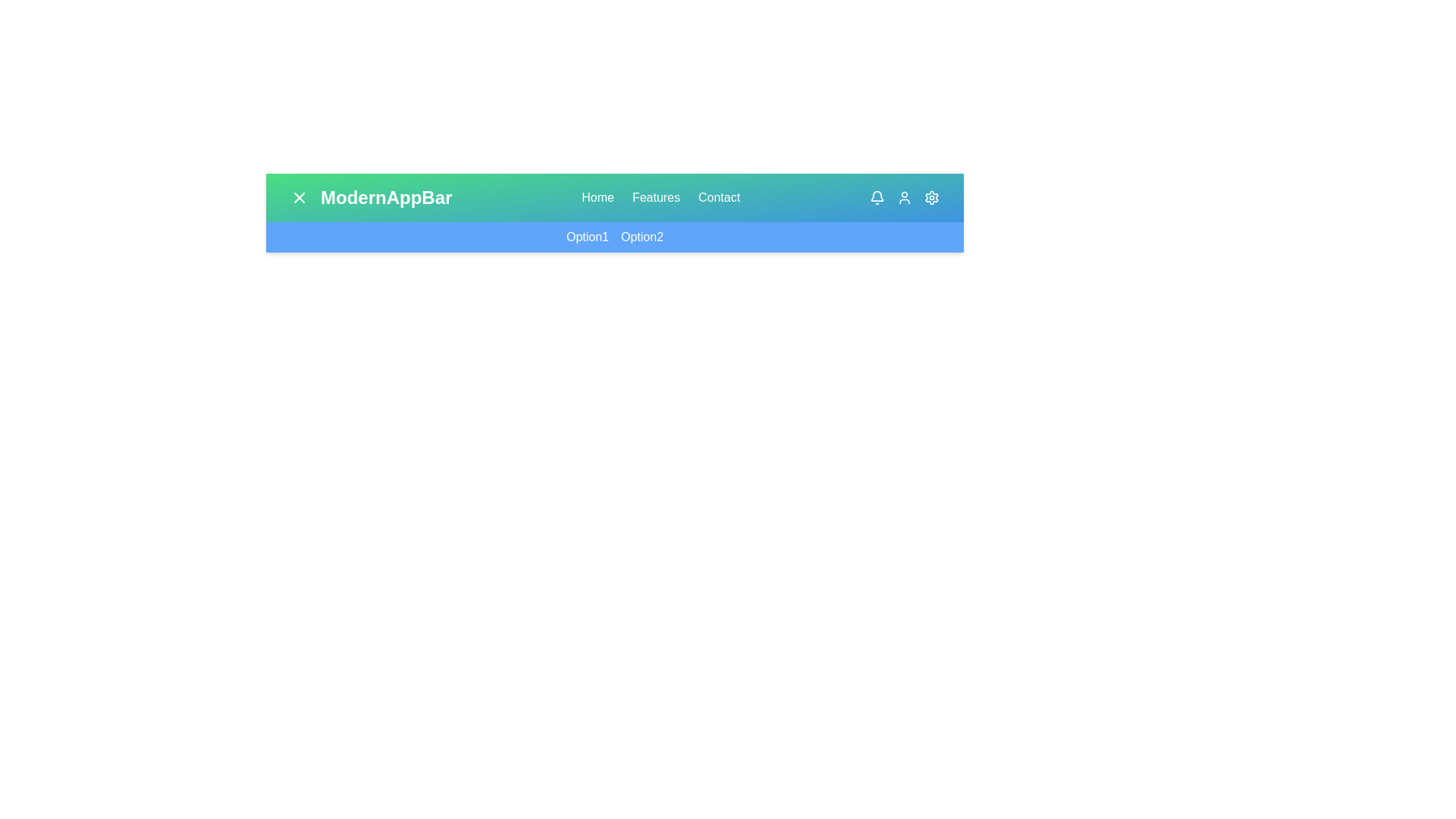 The width and height of the screenshot is (1456, 819). What do you see at coordinates (656, 197) in the screenshot?
I see `the navigation link Features` at bounding box center [656, 197].